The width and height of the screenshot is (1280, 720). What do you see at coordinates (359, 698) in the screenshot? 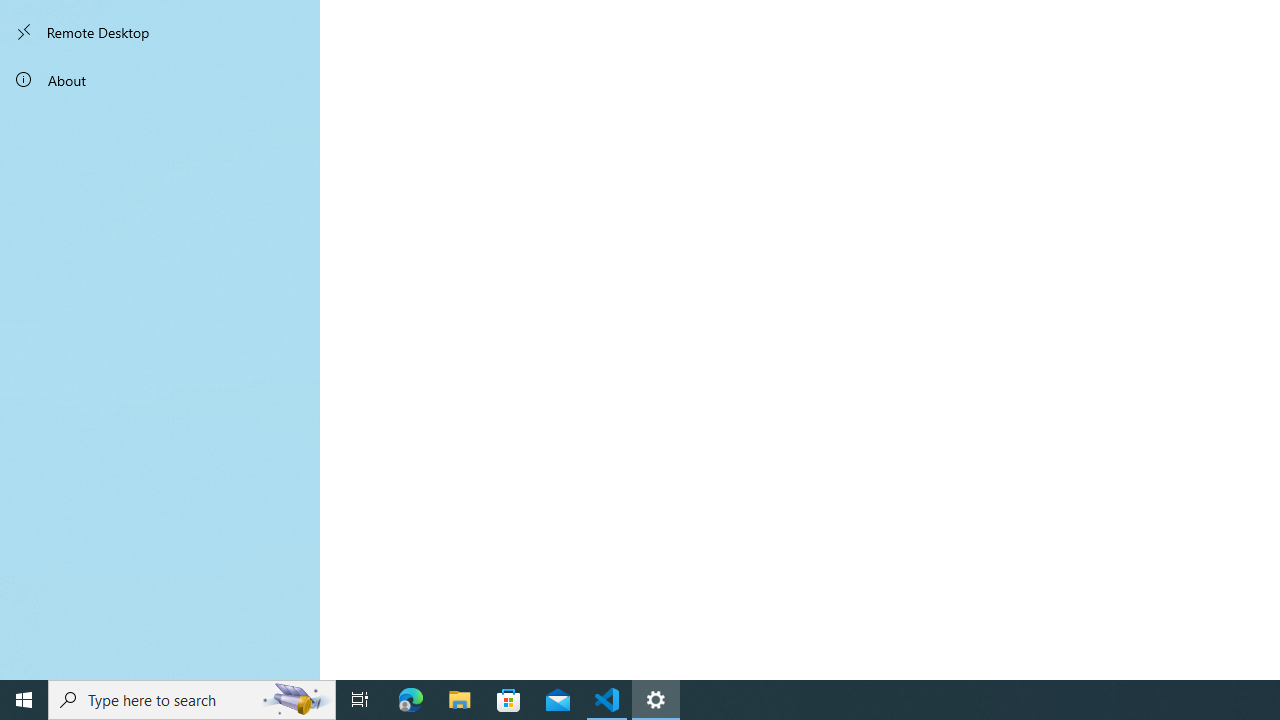
I see `'Task View'` at bounding box center [359, 698].